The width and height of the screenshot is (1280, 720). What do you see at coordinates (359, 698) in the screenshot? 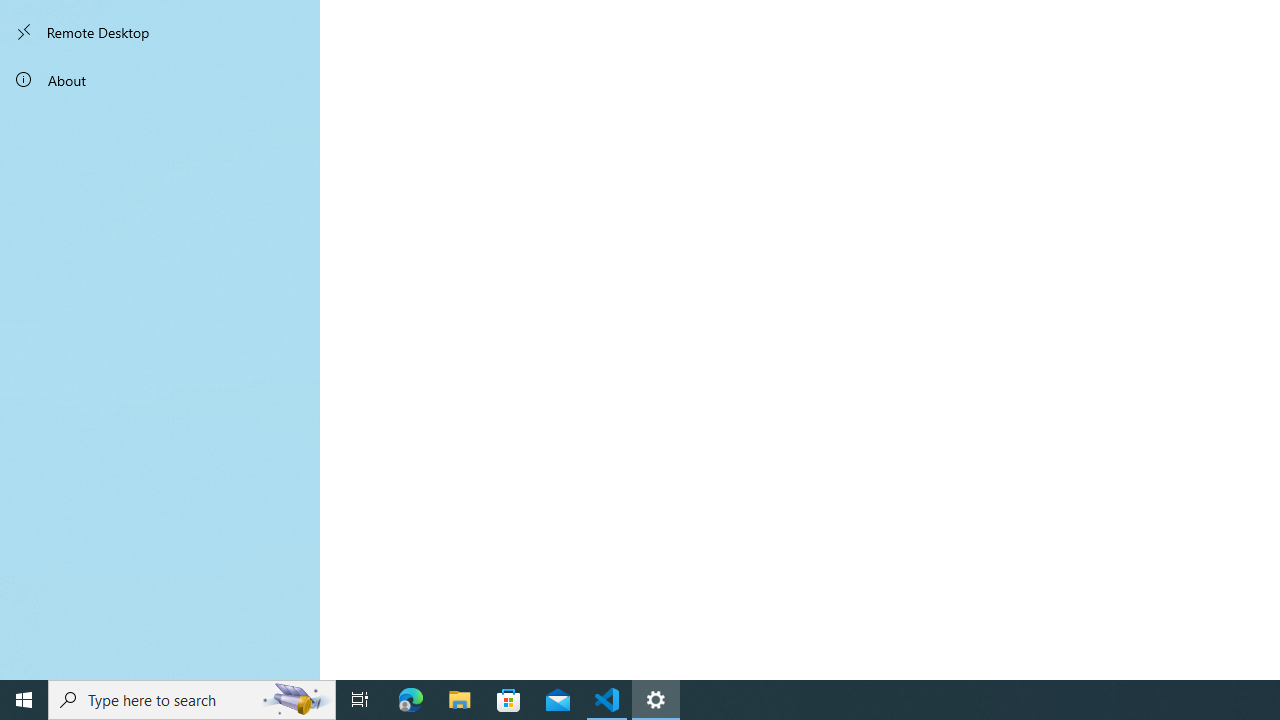
I see `'Task View'` at bounding box center [359, 698].